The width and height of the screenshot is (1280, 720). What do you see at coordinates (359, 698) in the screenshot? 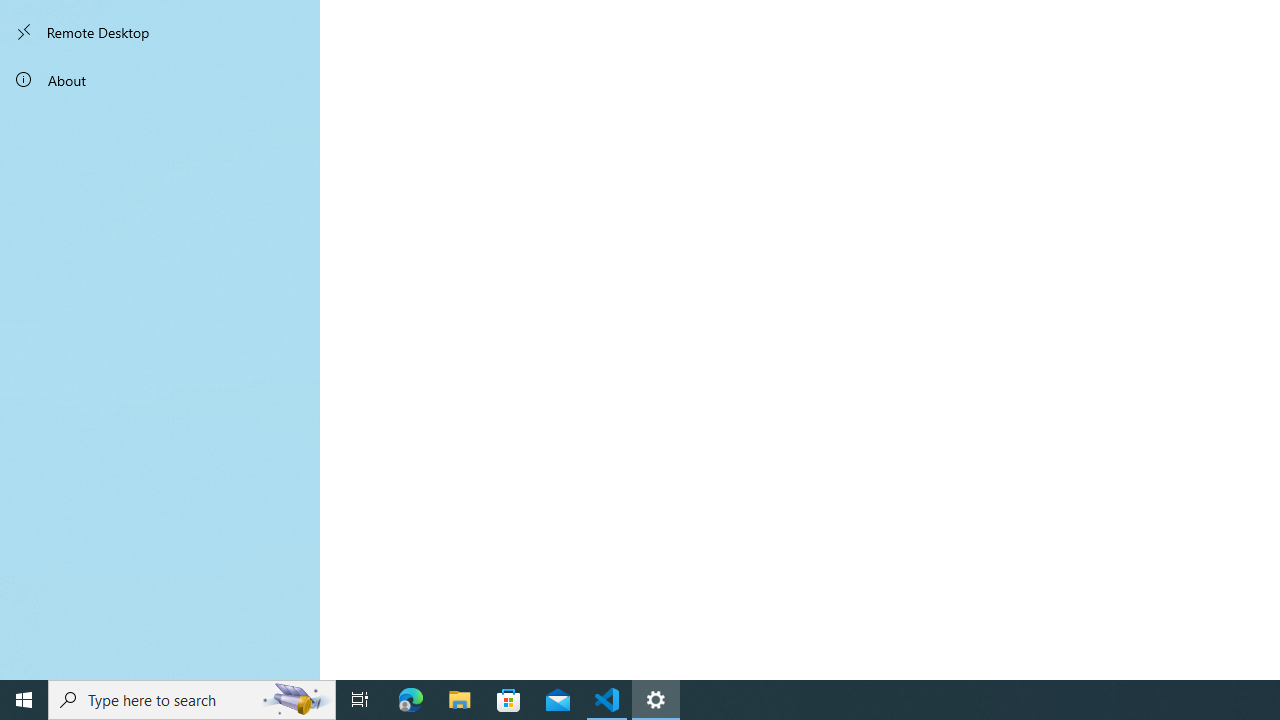
I see `'Task View'` at bounding box center [359, 698].